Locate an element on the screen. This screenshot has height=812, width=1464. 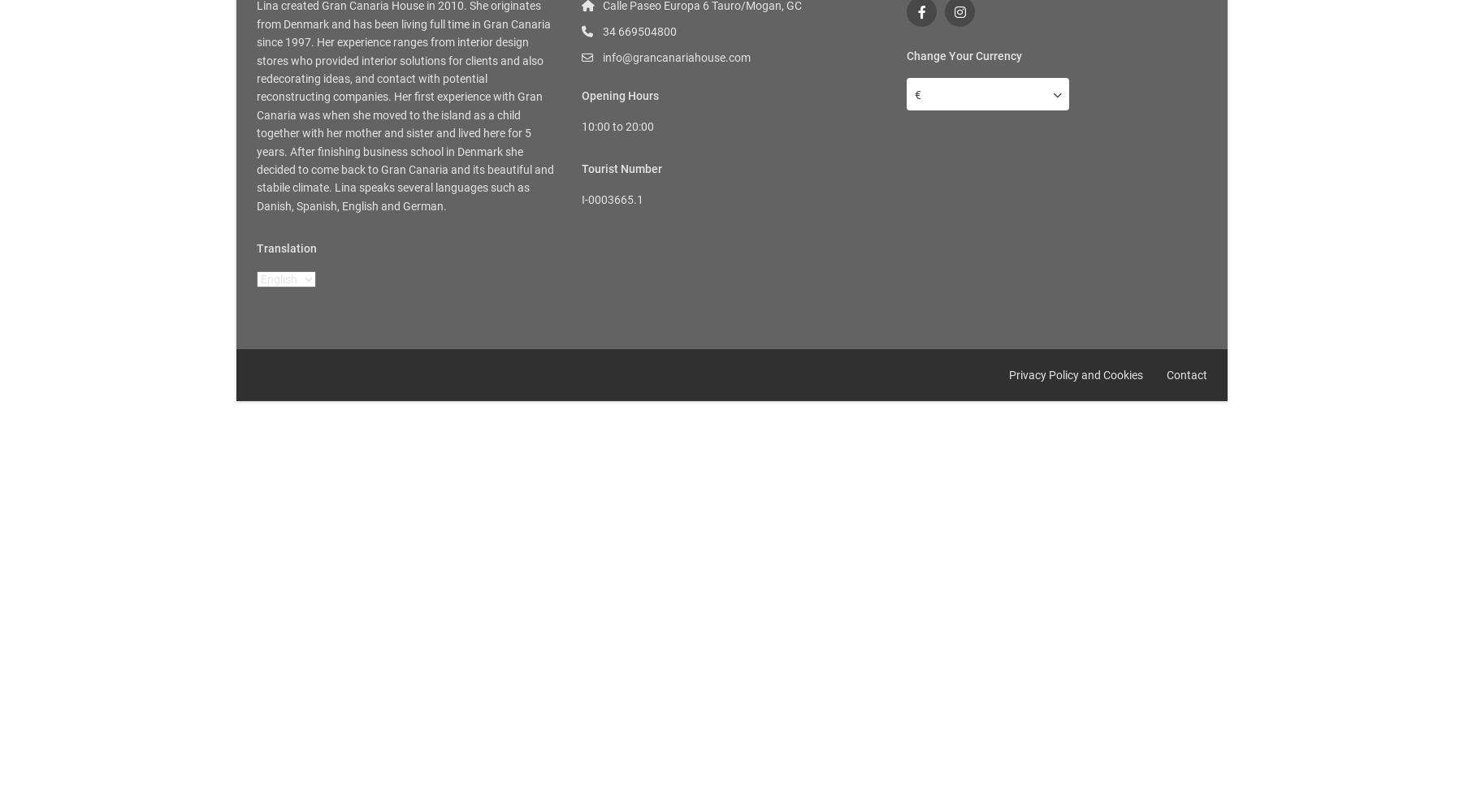
'info@grancanariahouse.com' is located at coordinates (677, 57).